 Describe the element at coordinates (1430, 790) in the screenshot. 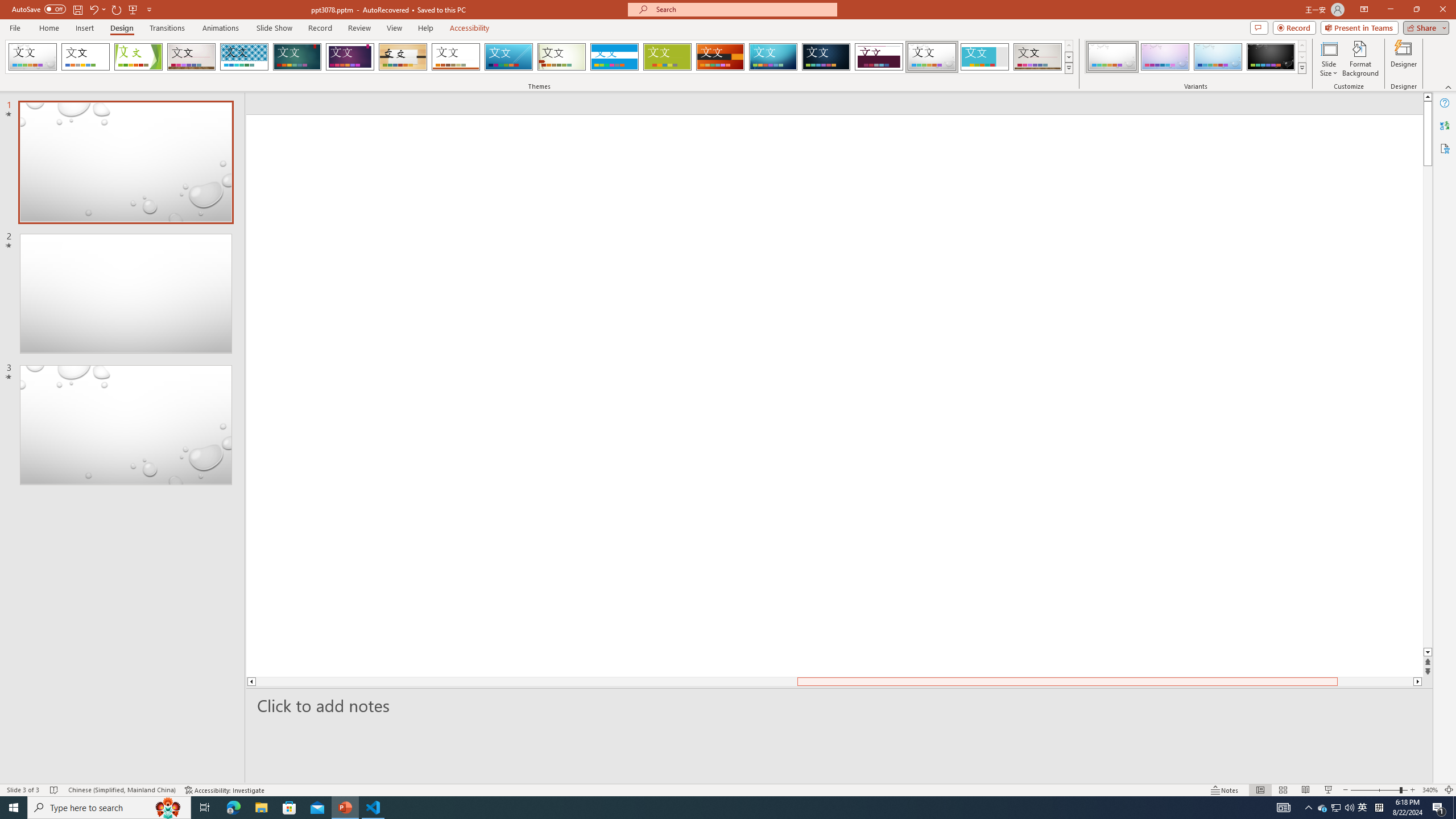

I see `'Zoom 340%'` at that location.